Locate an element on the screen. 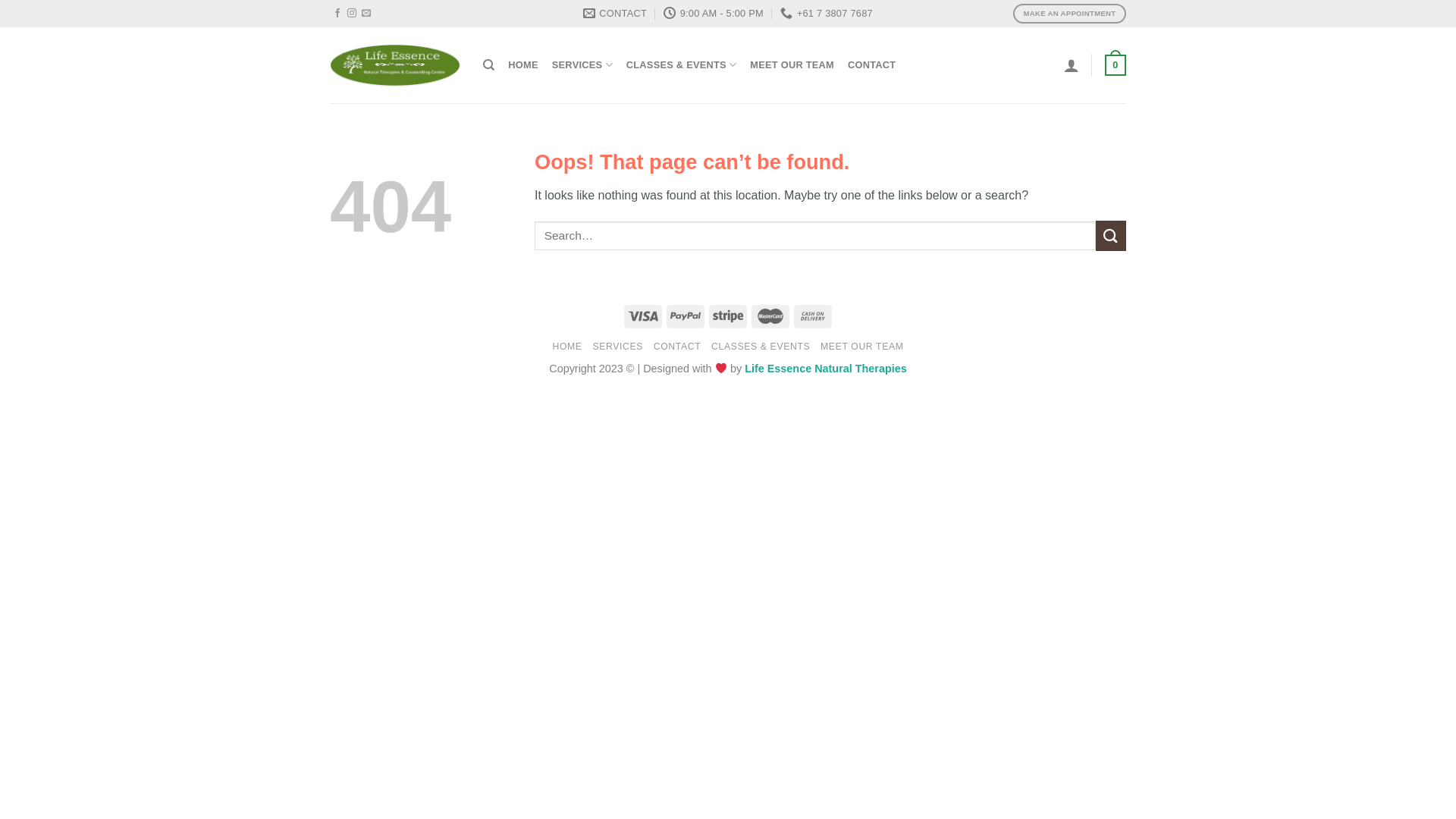 Image resolution: width=1456 pixels, height=819 pixels. '0' is located at coordinates (1105, 64).